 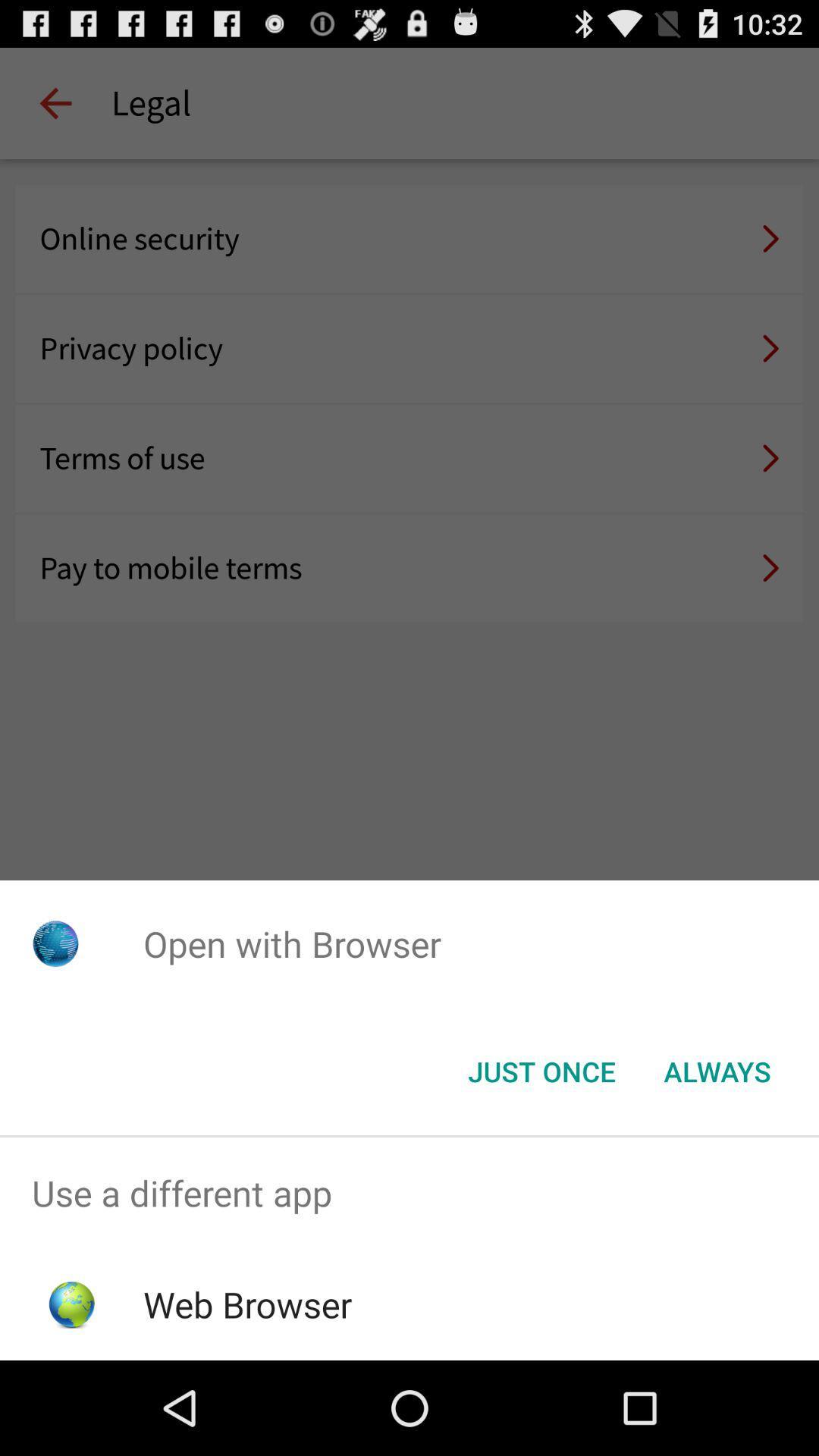 What do you see at coordinates (717, 1070) in the screenshot?
I see `the icon at the bottom right corner` at bounding box center [717, 1070].